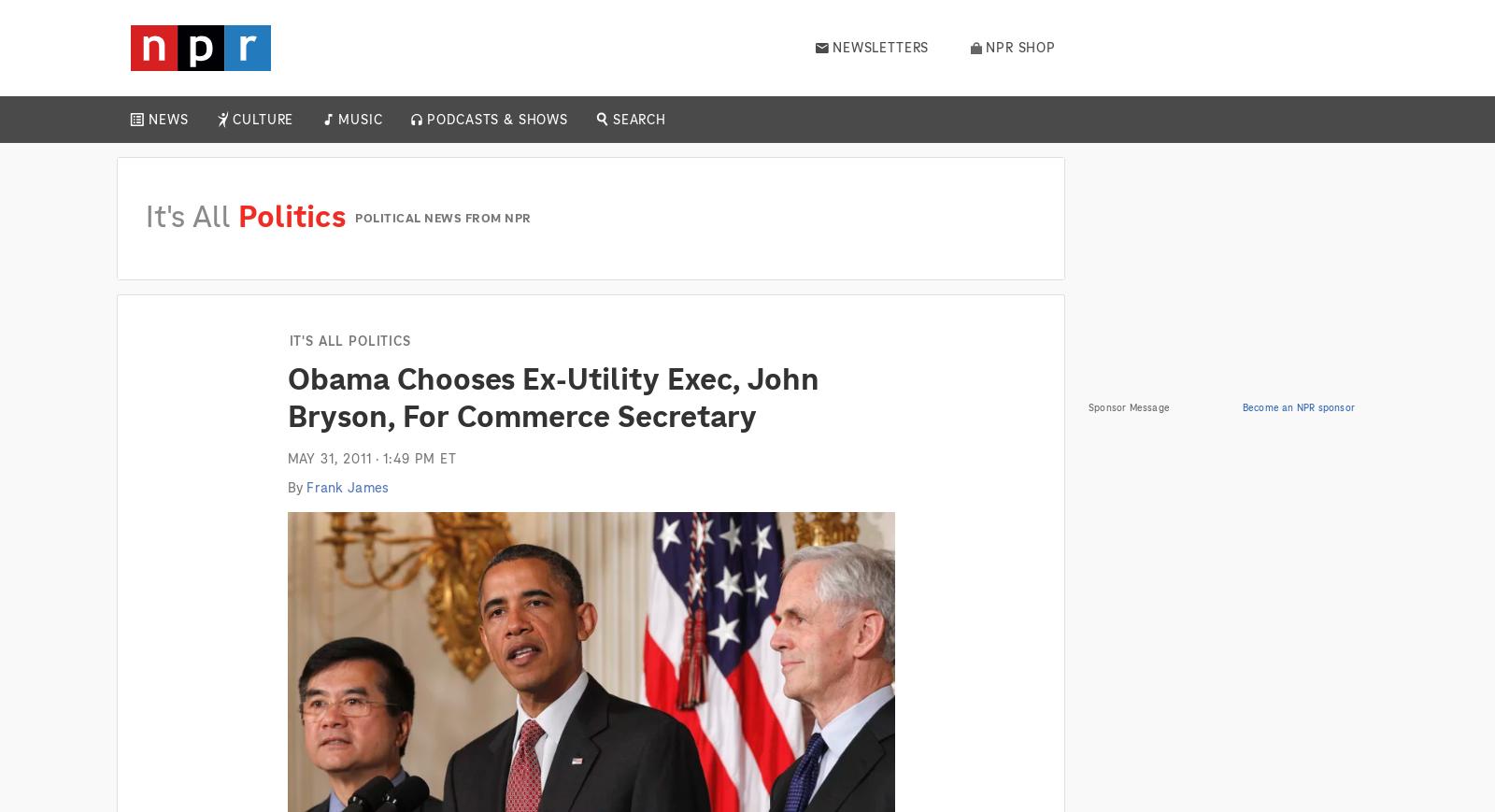 The height and width of the screenshot is (812, 1495). Describe the element at coordinates (442, 217) in the screenshot. I see `'Political News From NPR'` at that location.